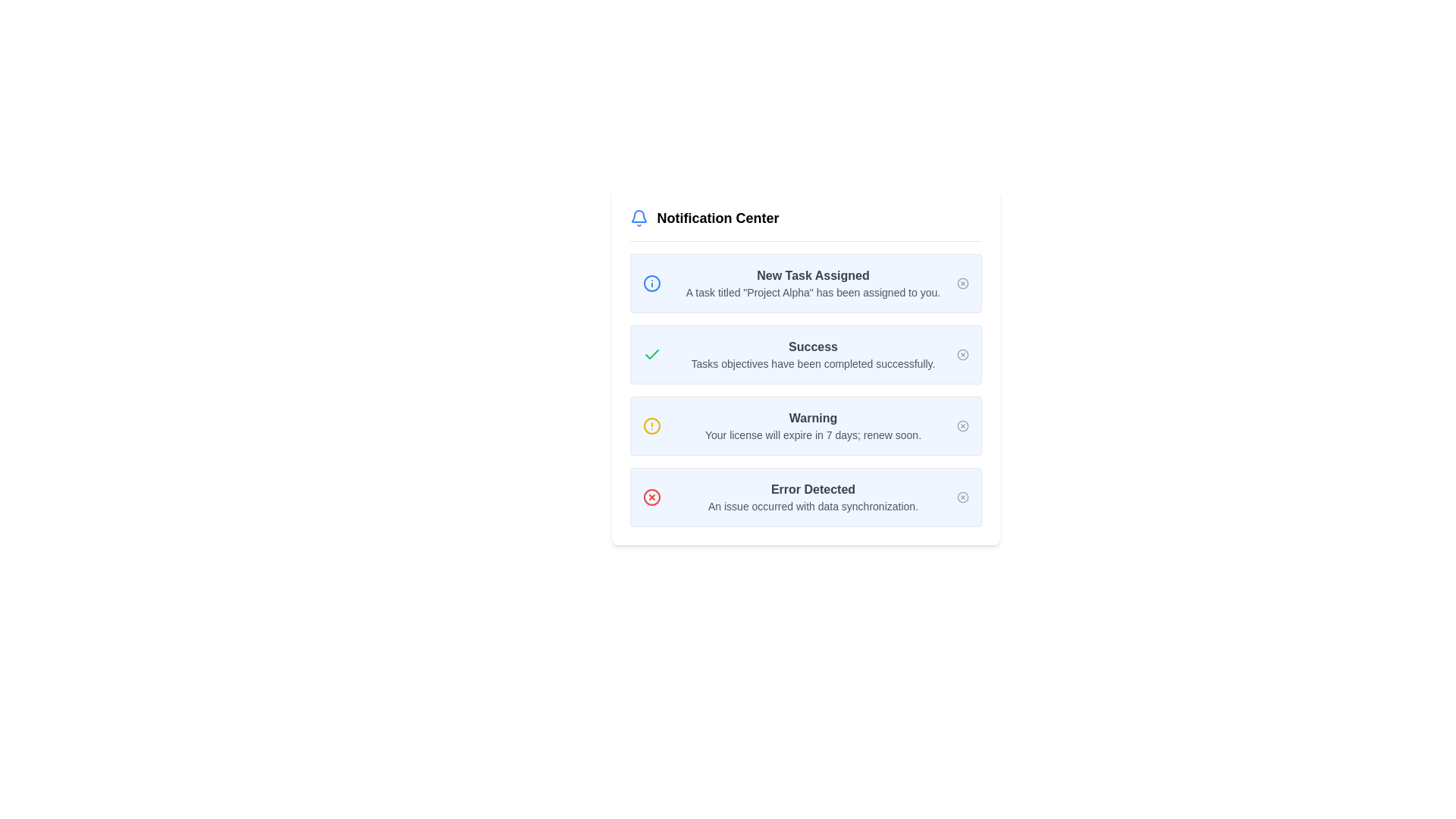 This screenshot has width=1456, height=819. What do you see at coordinates (812, 354) in the screenshot?
I see `notification message text block located centrally in the notification panel, which is the second item in the stacked list of notifications, adjacent to a green checkmark icon on the left and a dismiss button on the right` at bounding box center [812, 354].